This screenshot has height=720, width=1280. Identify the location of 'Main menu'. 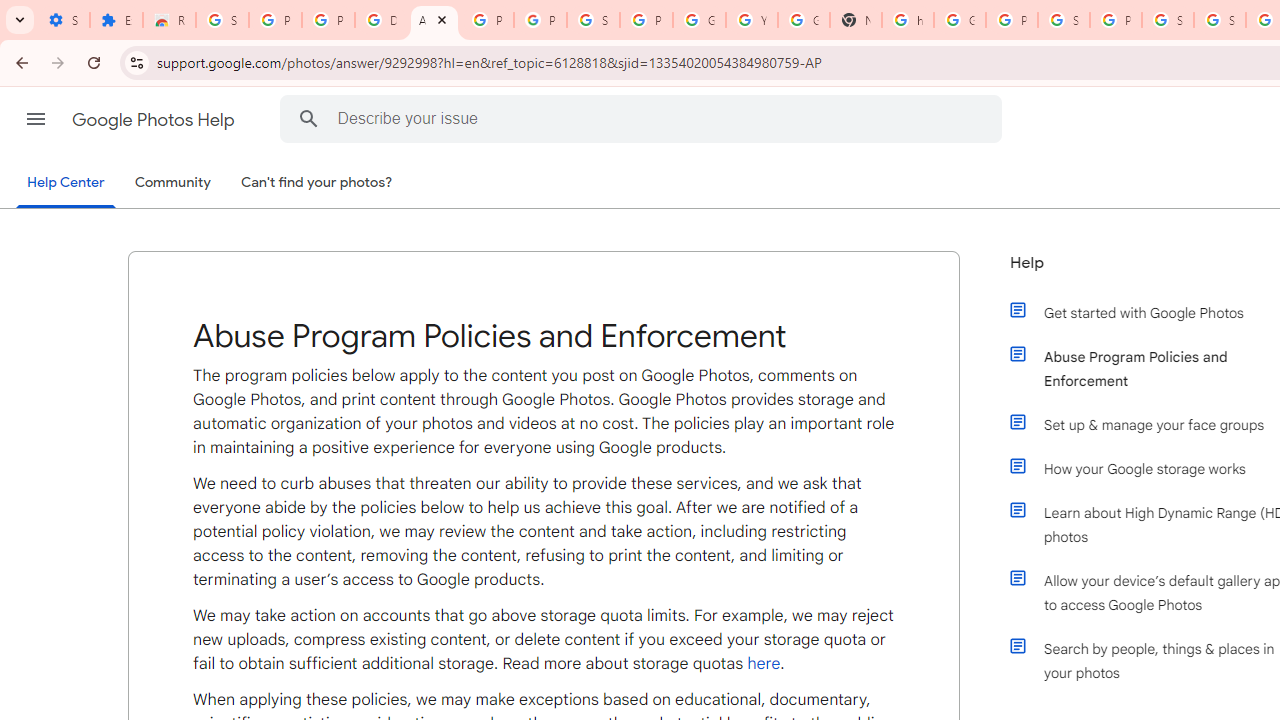
(35, 119).